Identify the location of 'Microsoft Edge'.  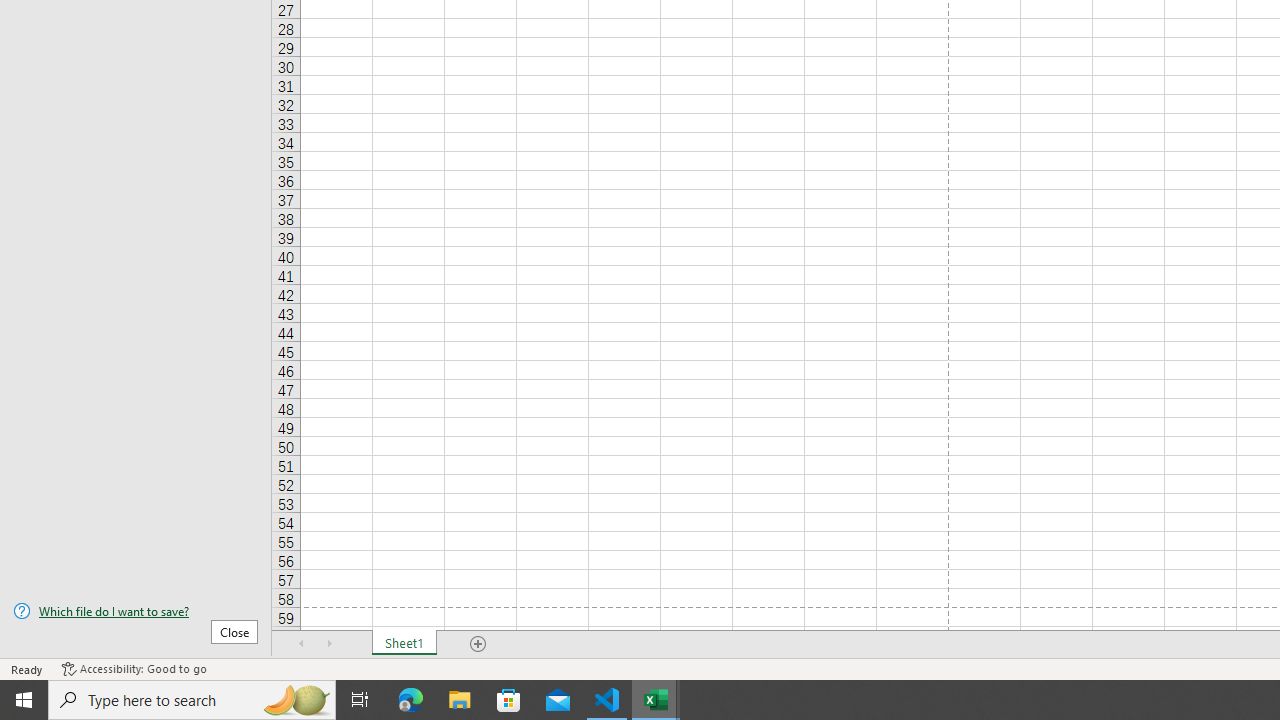
(410, 698).